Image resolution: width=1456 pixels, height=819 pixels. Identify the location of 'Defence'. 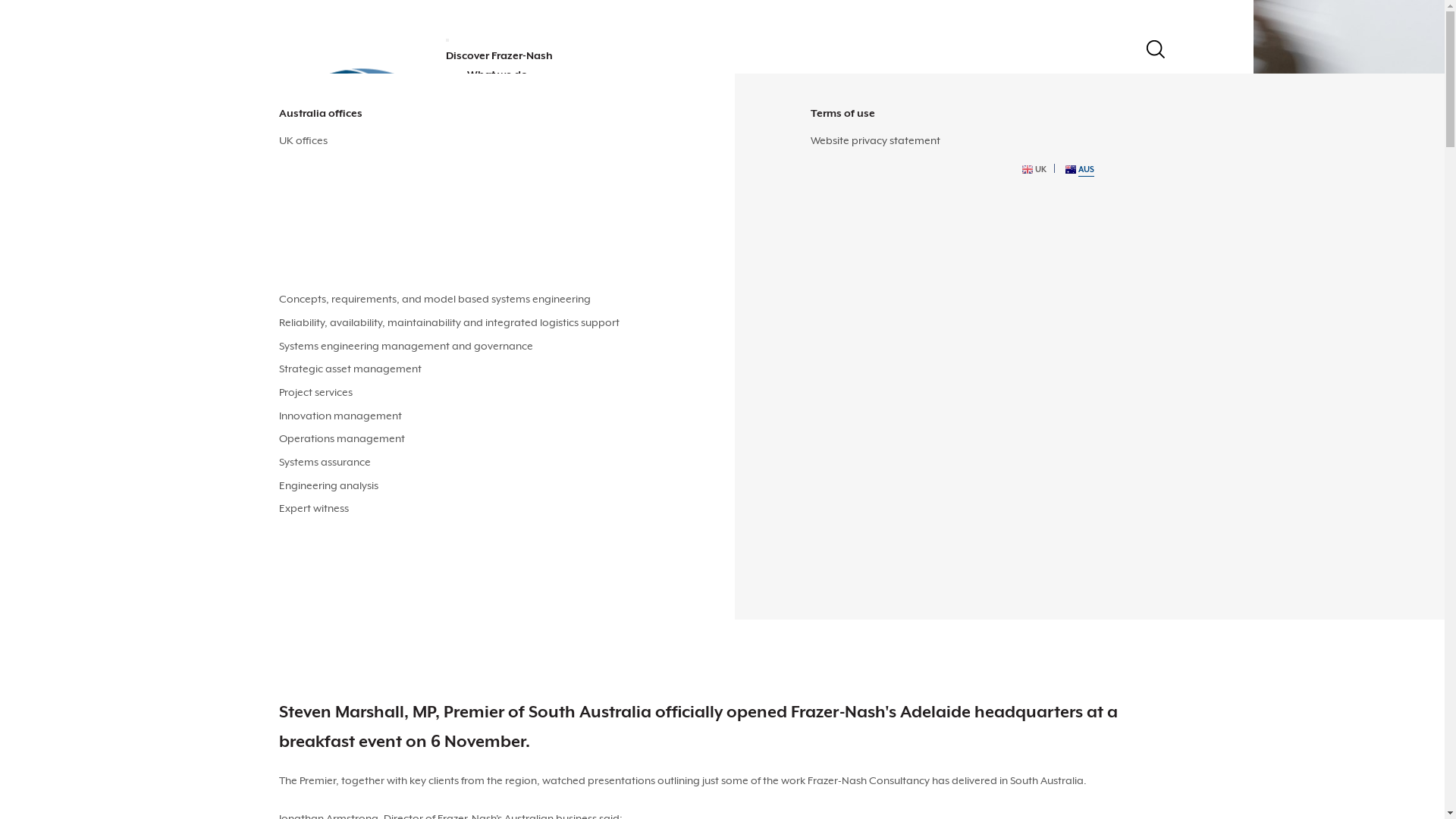
(299, 186).